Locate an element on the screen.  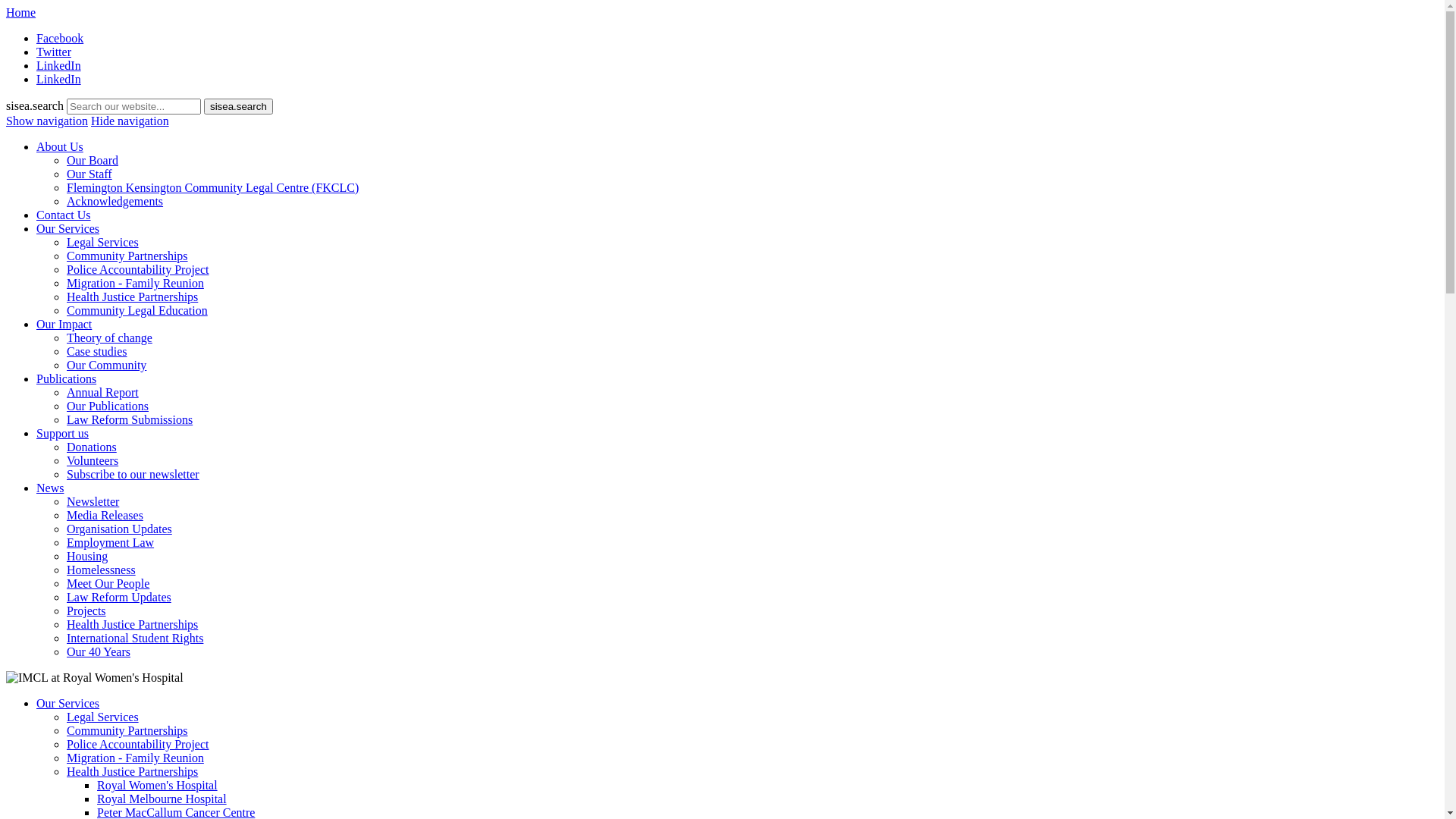
'Legal Services' is located at coordinates (102, 717).